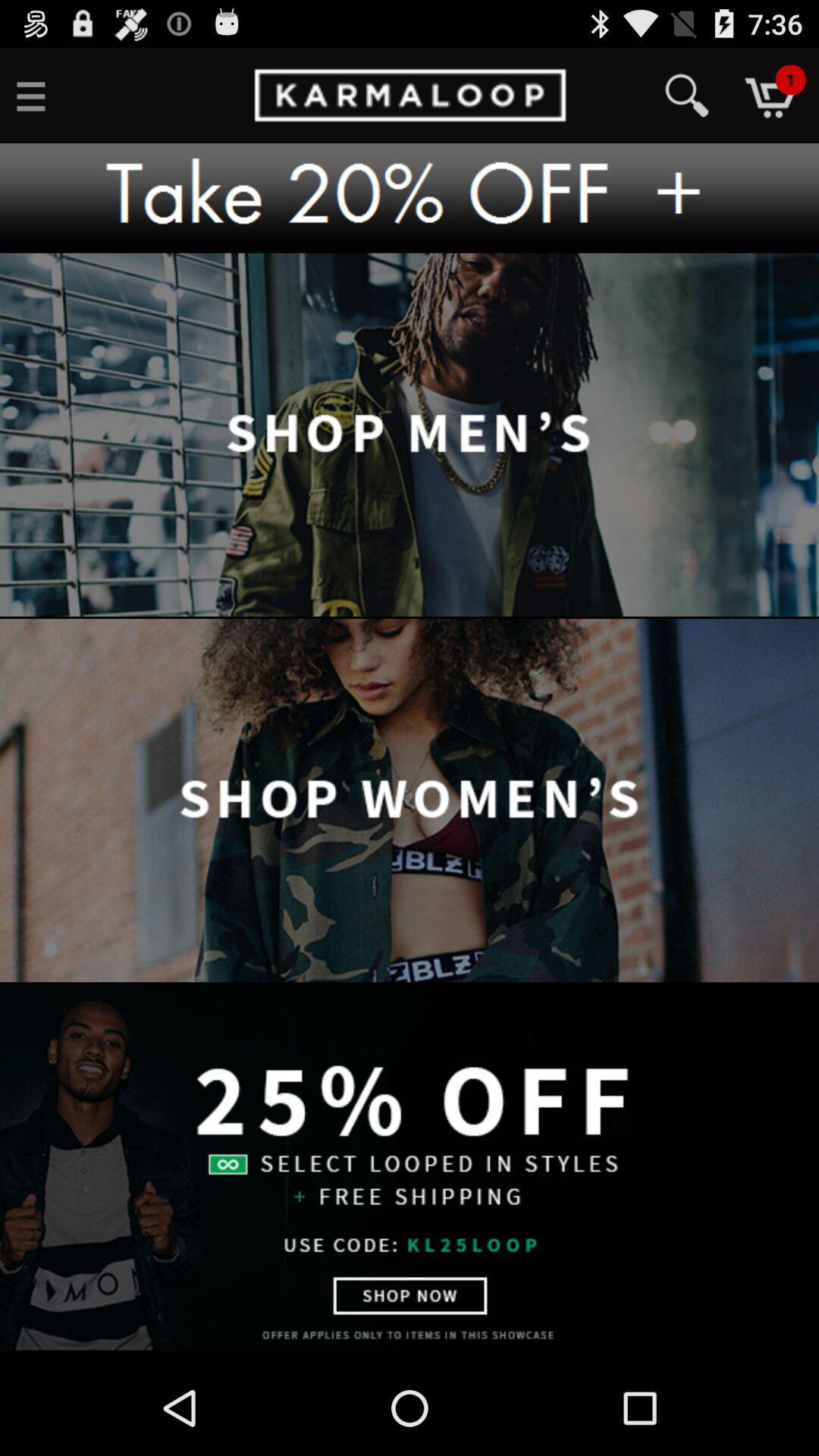 Image resolution: width=819 pixels, height=1456 pixels. Describe the element at coordinates (409, 801) in the screenshot. I see `women 's clothes` at that location.